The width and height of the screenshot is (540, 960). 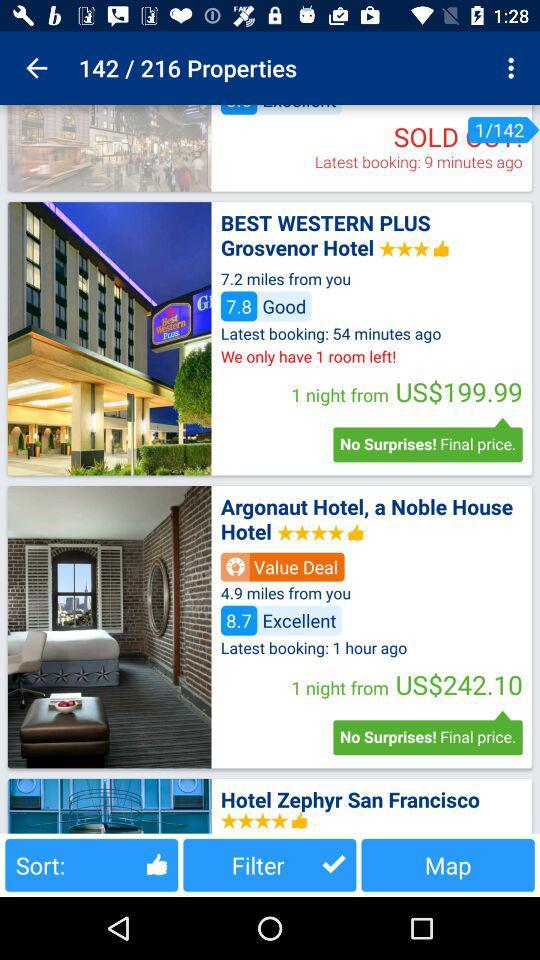 What do you see at coordinates (109, 338) in the screenshot?
I see `press box on left to view` at bounding box center [109, 338].